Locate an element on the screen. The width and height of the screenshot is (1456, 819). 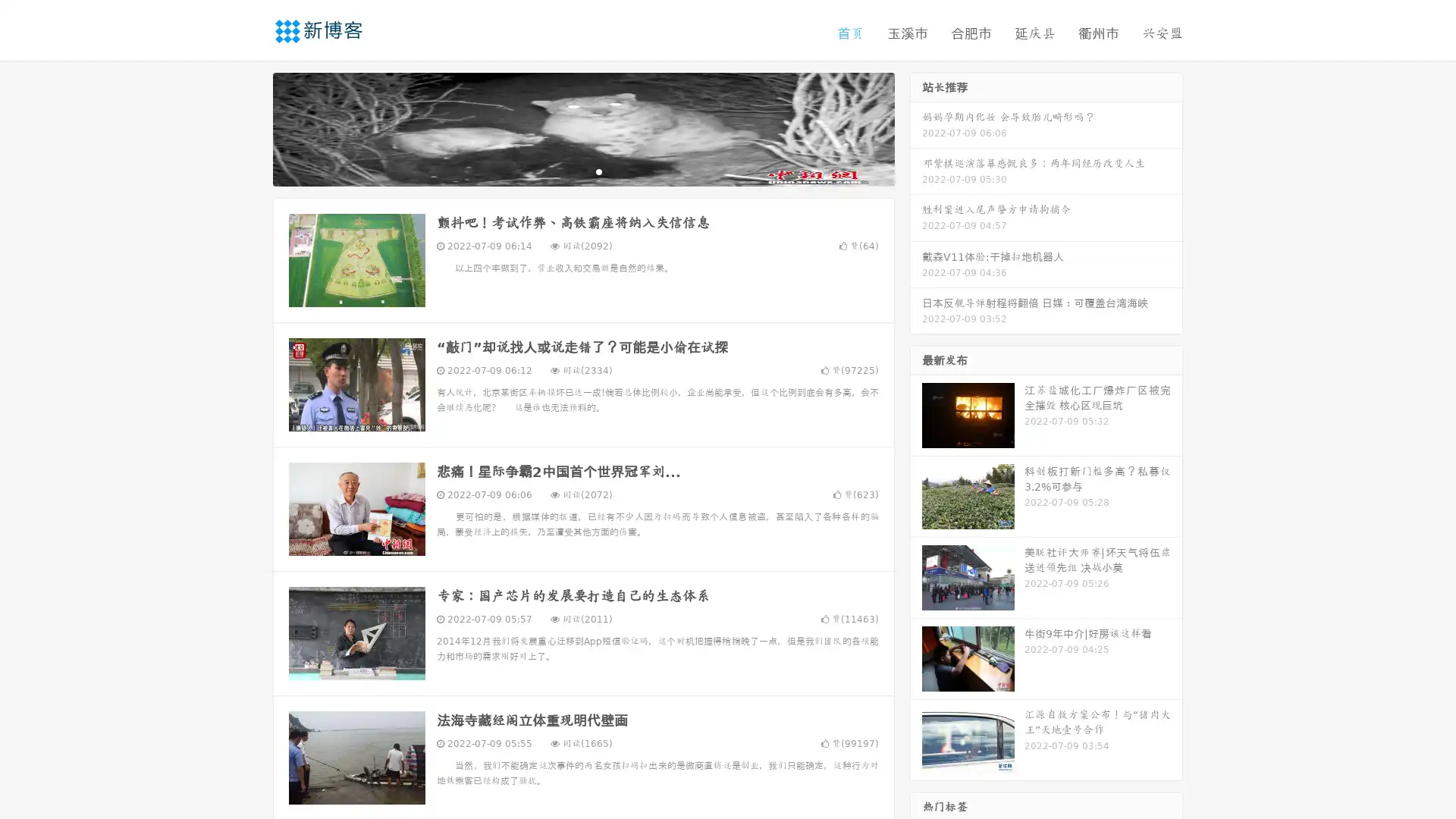
Next slide is located at coordinates (916, 127).